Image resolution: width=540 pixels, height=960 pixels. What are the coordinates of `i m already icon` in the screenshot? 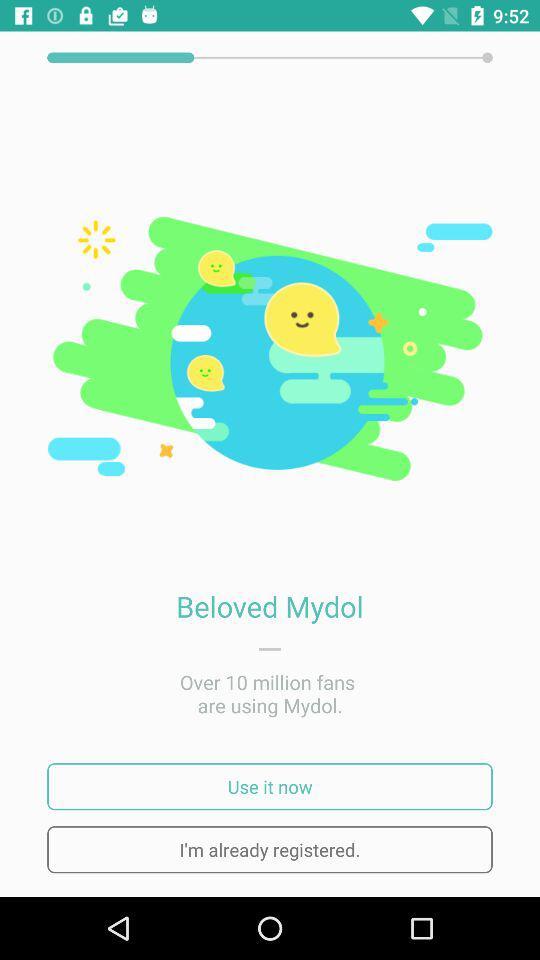 It's located at (270, 848).